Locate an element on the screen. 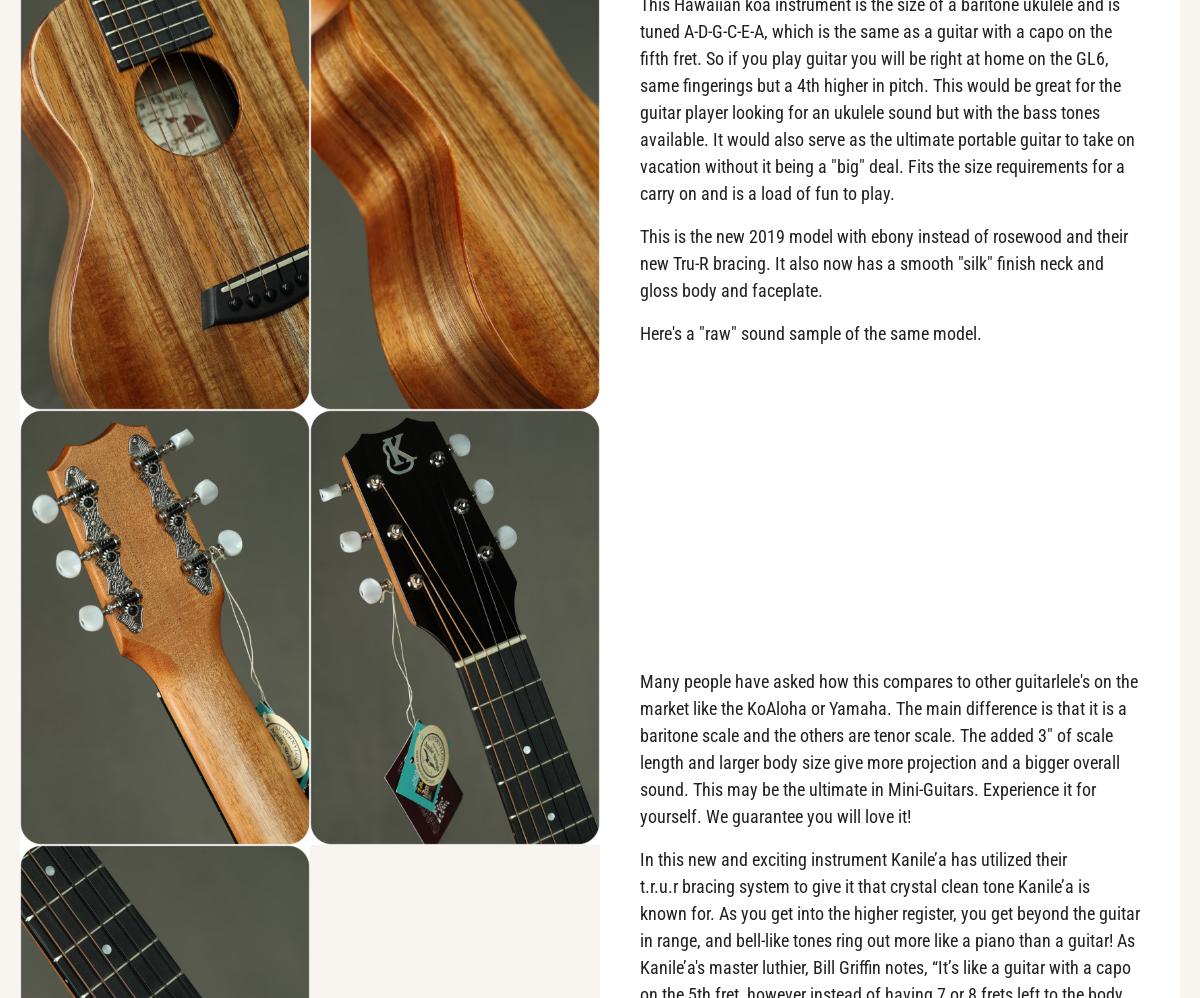 The width and height of the screenshot is (1200, 998). 'Final Cleanup:' is located at coordinates (108, 901).